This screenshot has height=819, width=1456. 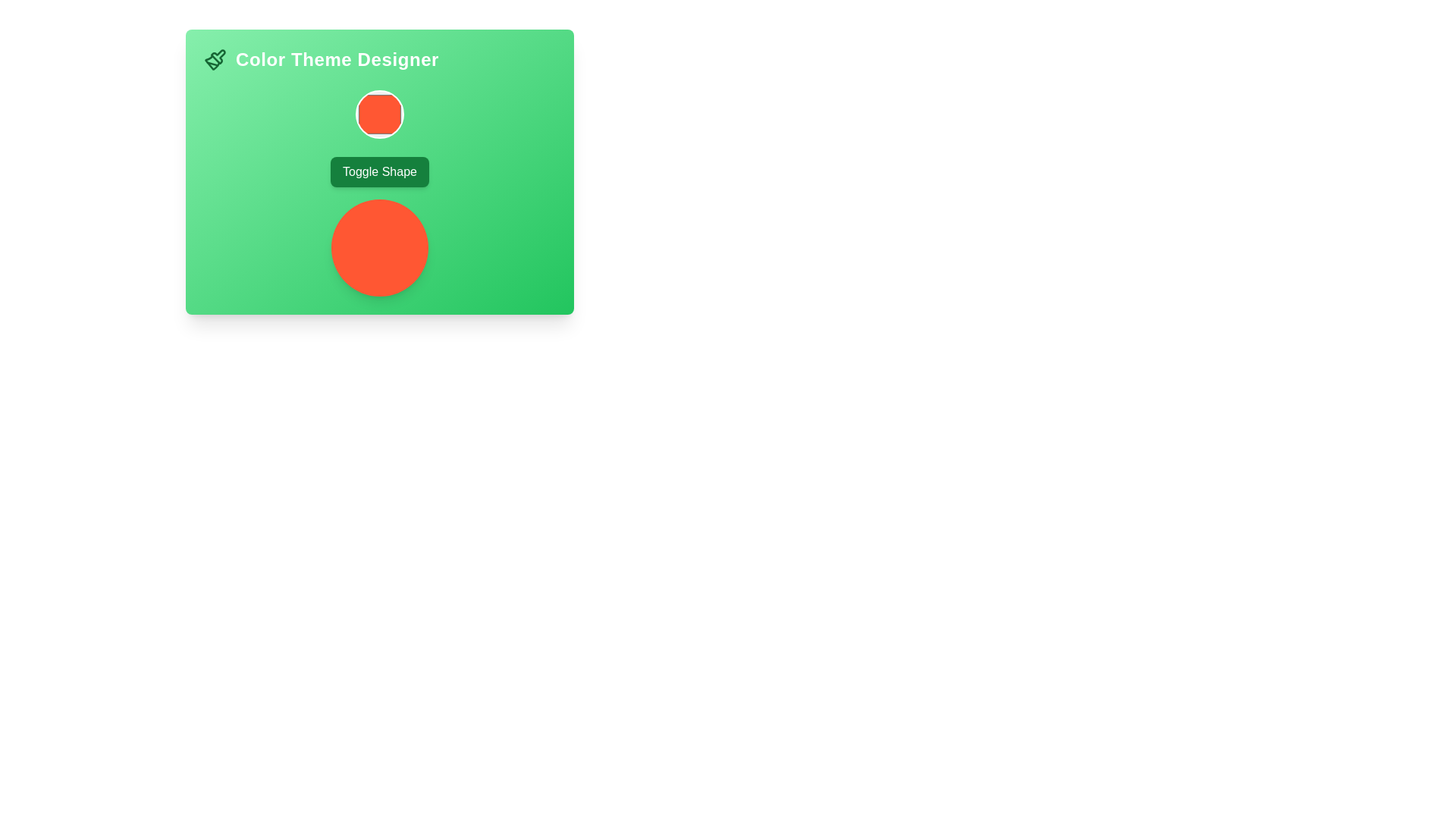 I want to click on the Interactive Color Button representing the orange color, so click(x=379, y=113).